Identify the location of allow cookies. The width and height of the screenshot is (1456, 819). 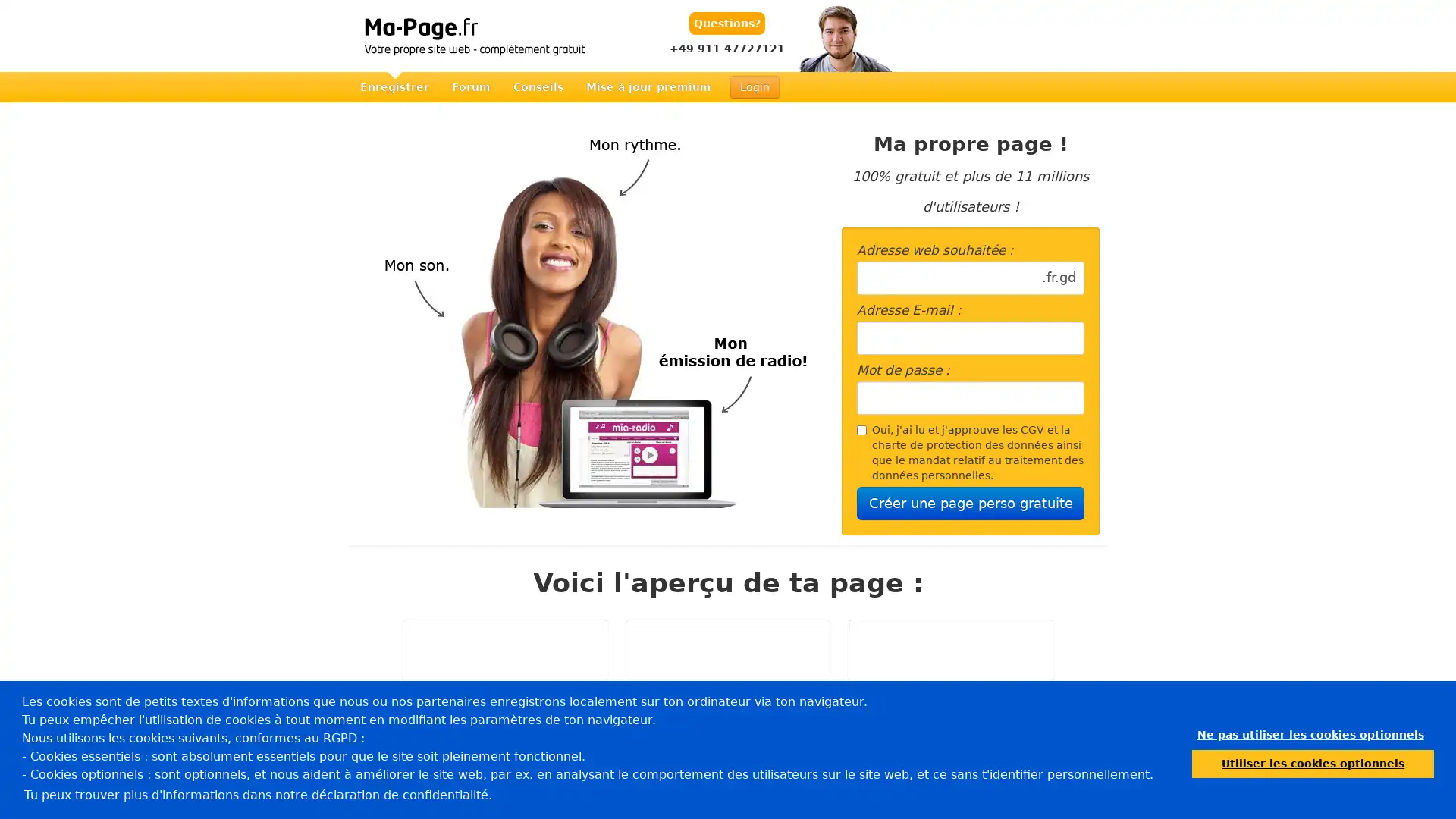
(1312, 763).